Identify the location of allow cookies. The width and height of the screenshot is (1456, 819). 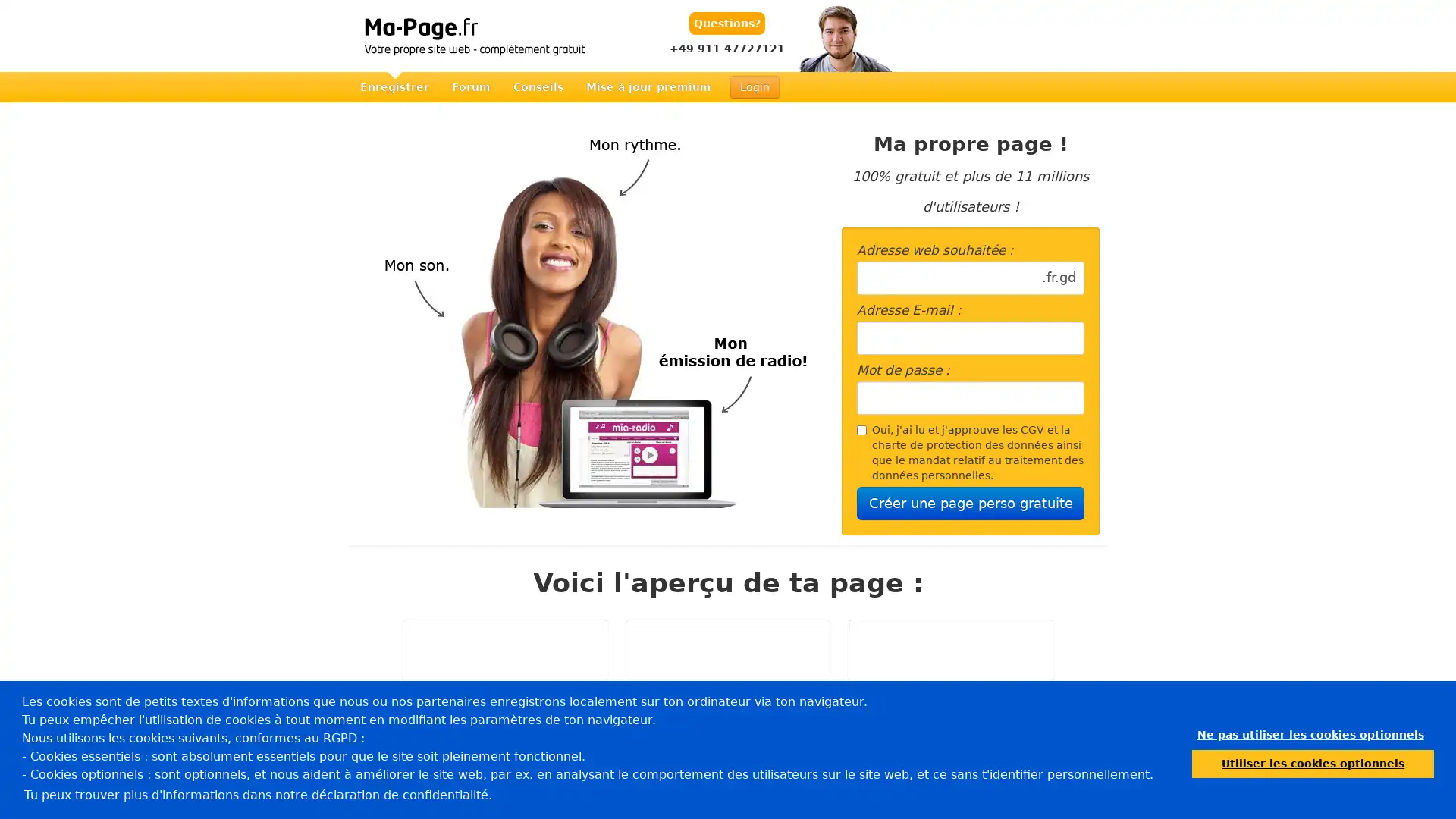
(1312, 763).